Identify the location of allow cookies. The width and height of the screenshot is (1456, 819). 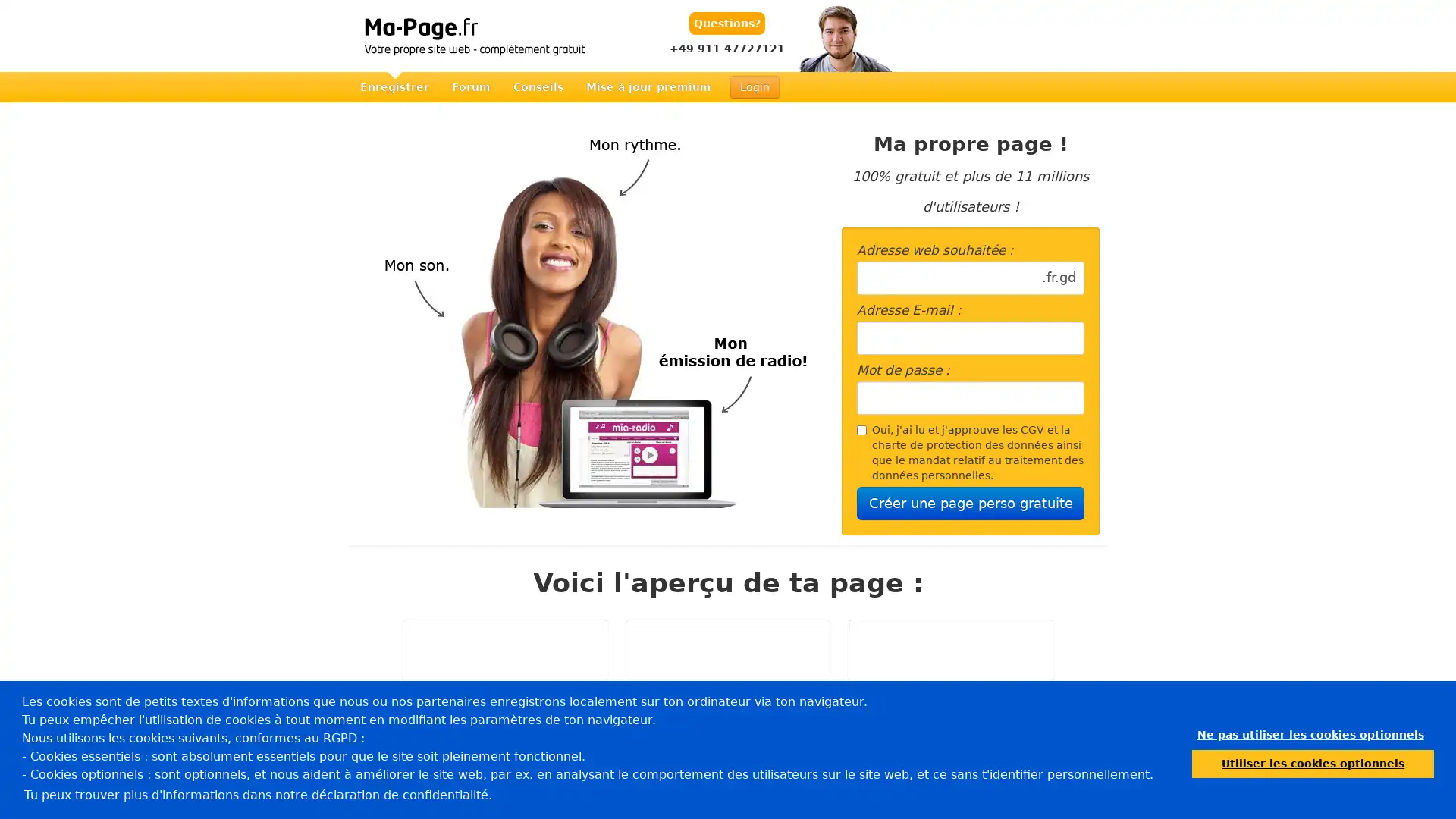
(1312, 763).